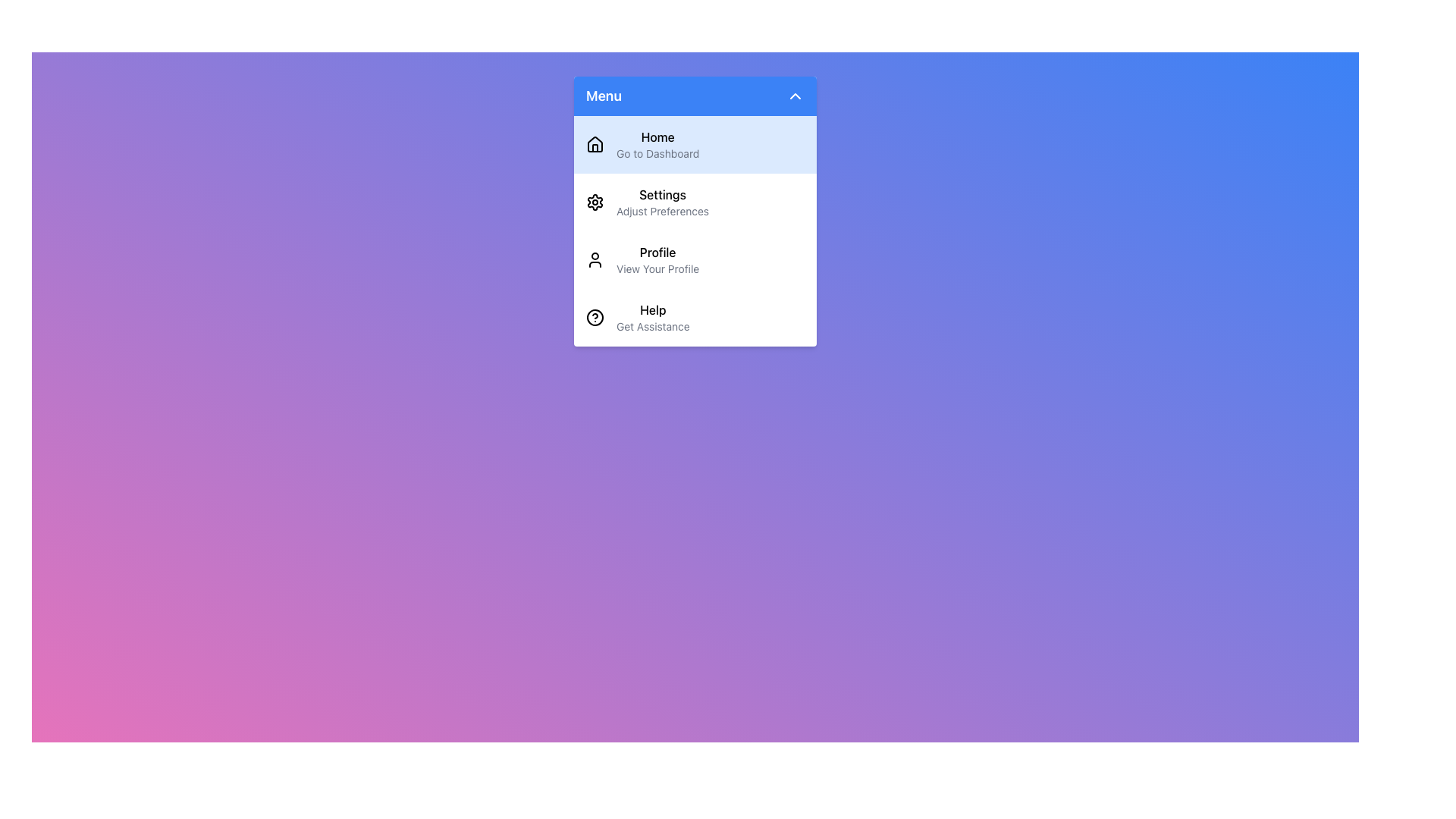  I want to click on the 'Help' menu item, which is visually indicated by the SVG circle within the icon located to the left of the text label 'Help', so click(595, 317).